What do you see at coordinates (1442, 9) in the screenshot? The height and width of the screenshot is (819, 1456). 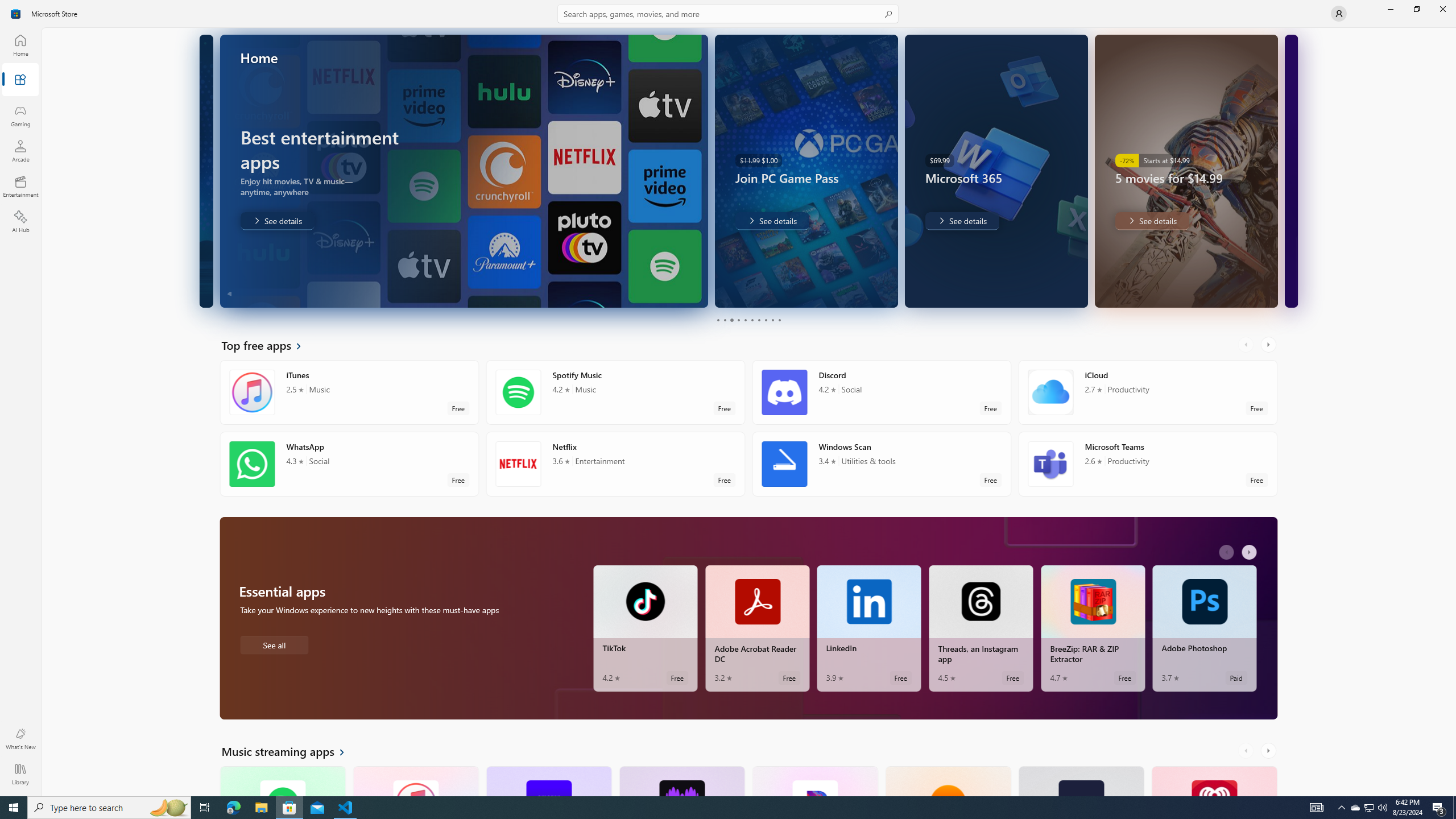 I see `'Close Microsoft Store'` at bounding box center [1442, 9].